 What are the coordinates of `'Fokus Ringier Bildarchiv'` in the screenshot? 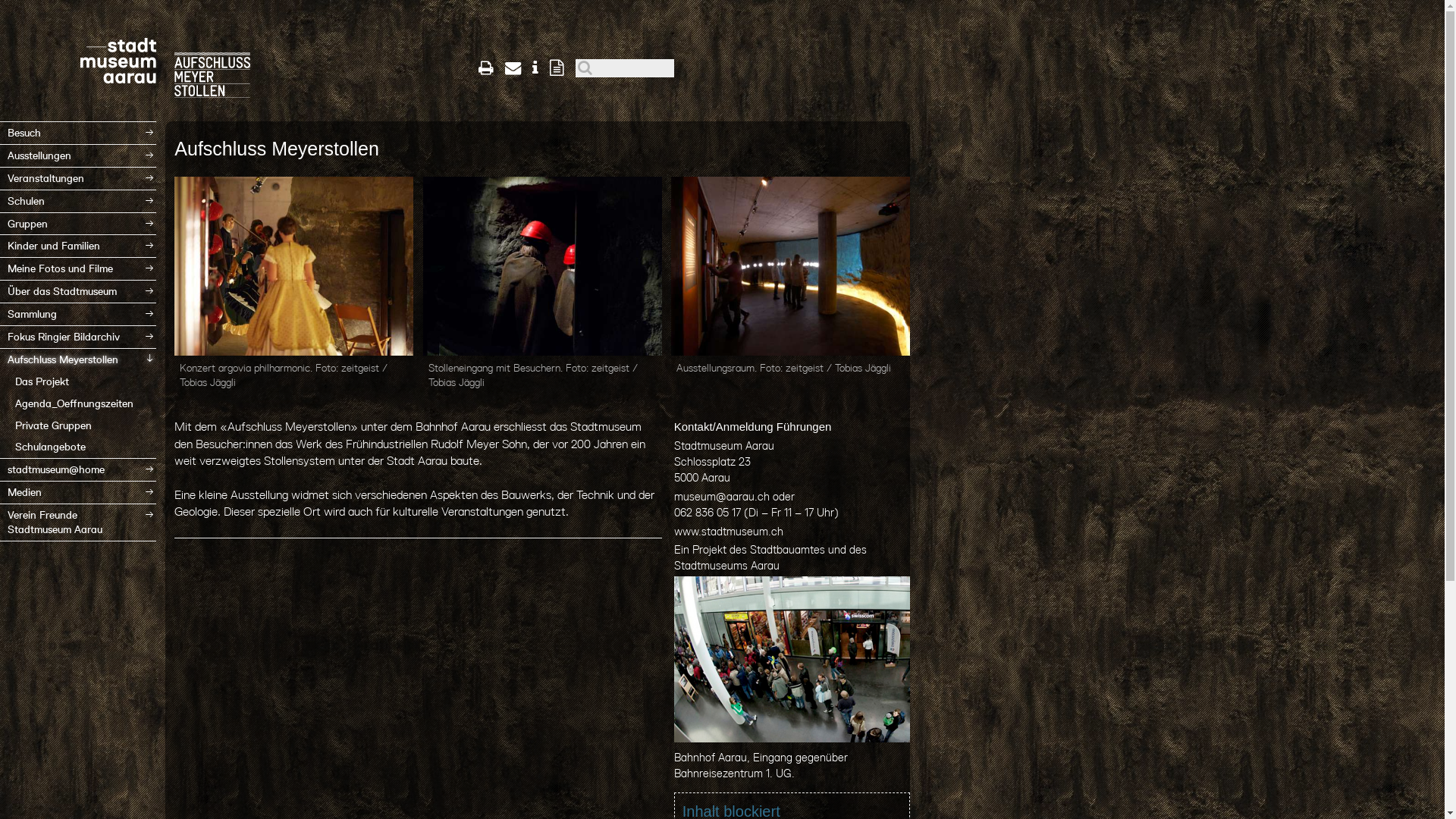 It's located at (77, 336).